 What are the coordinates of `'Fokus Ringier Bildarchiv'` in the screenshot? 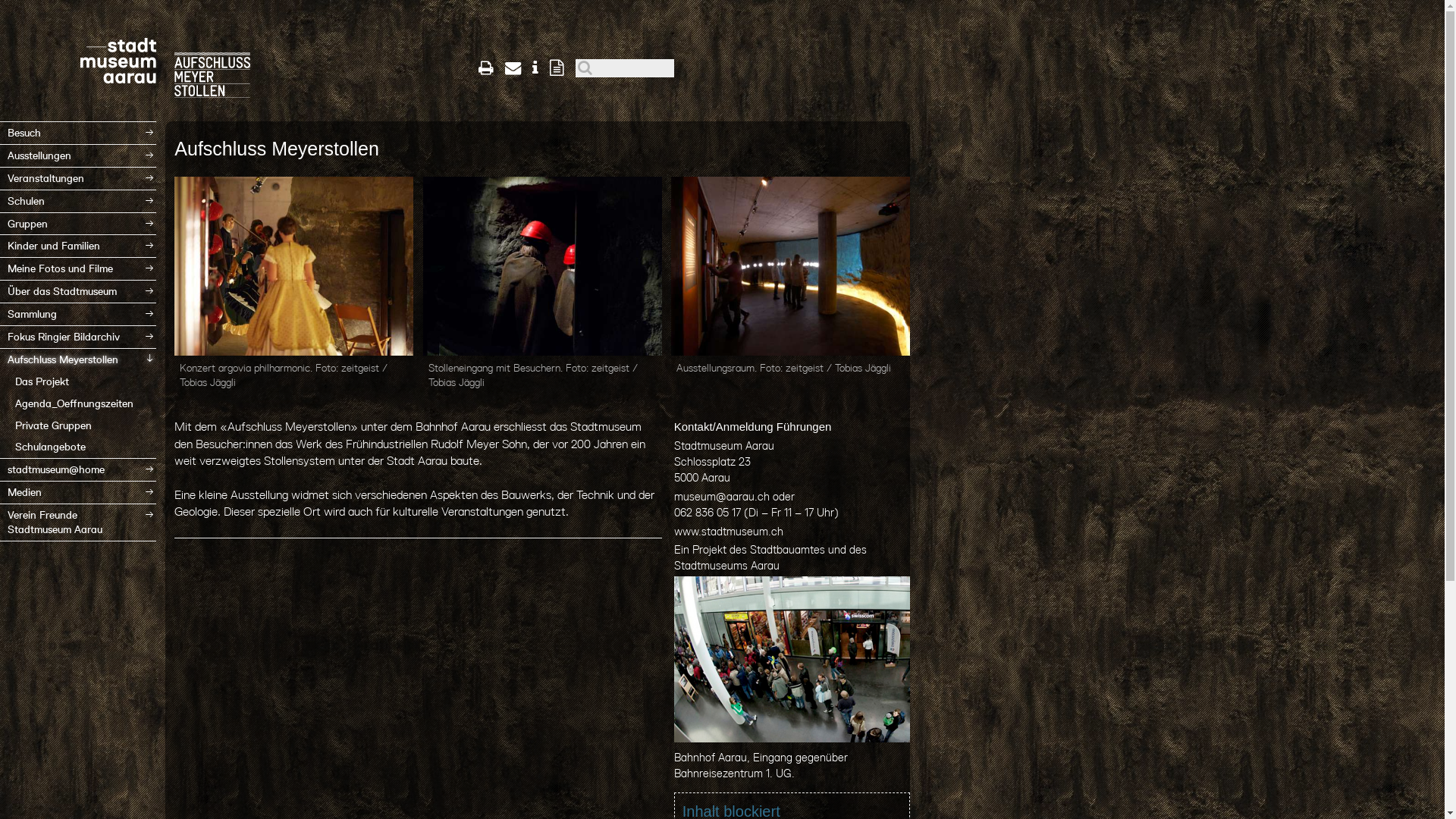 It's located at (77, 336).